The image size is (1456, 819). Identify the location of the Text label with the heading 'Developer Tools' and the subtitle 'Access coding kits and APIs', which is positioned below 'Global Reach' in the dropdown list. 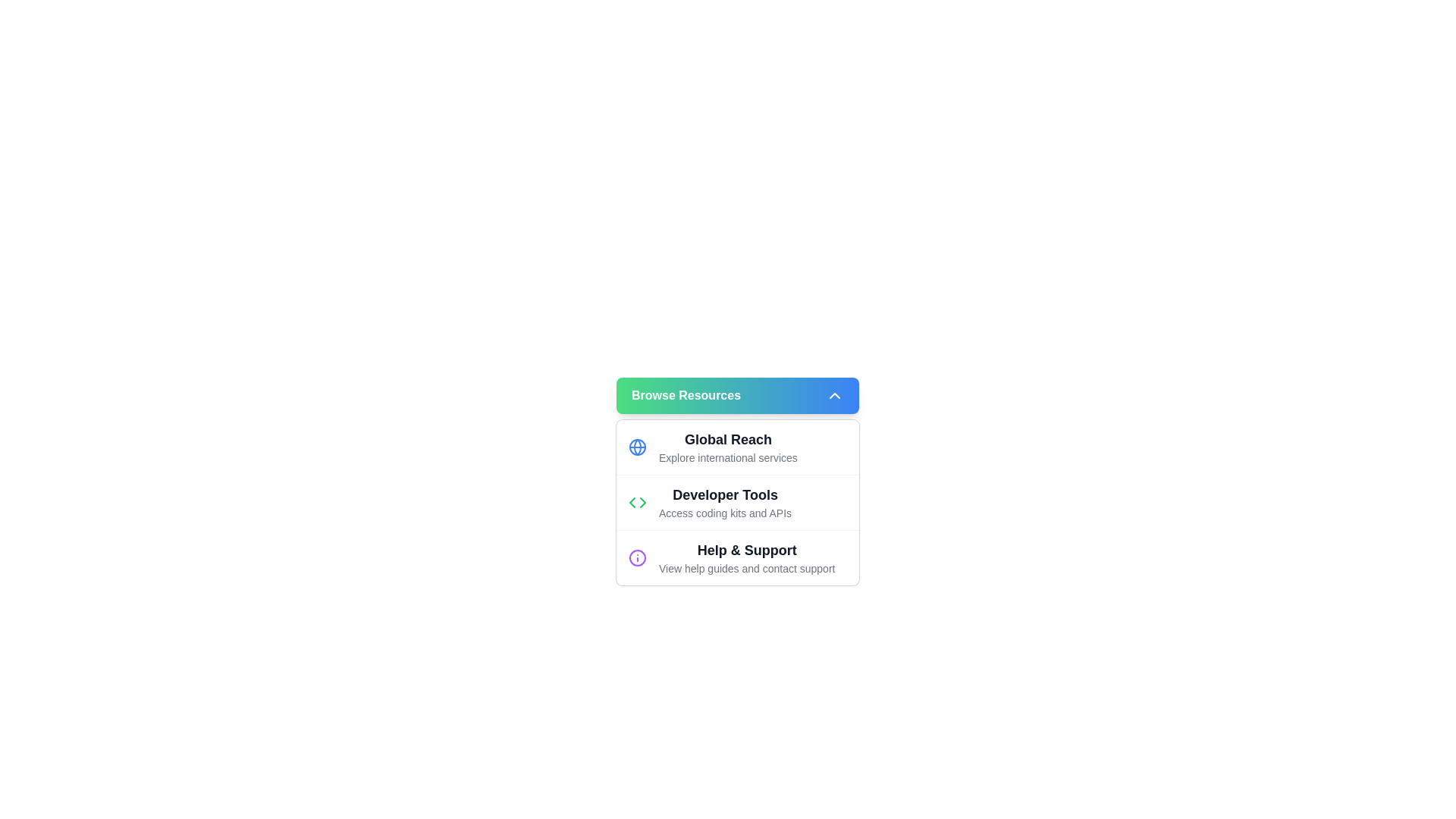
(724, 503).